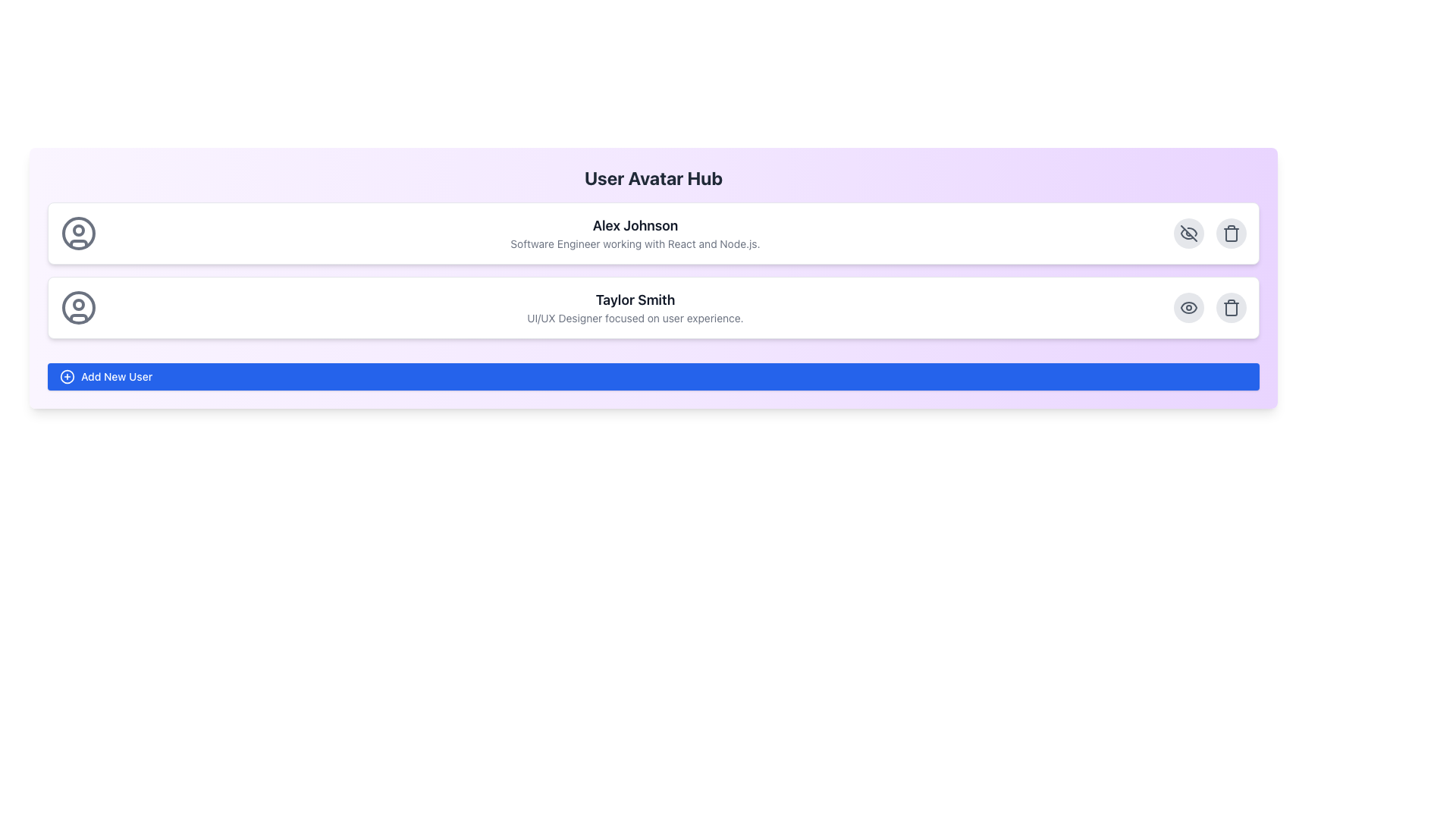  I want to click on the visibility toggle icon to control the visibility of Taylor Smith's details in the user information list, so click(1188, 307).